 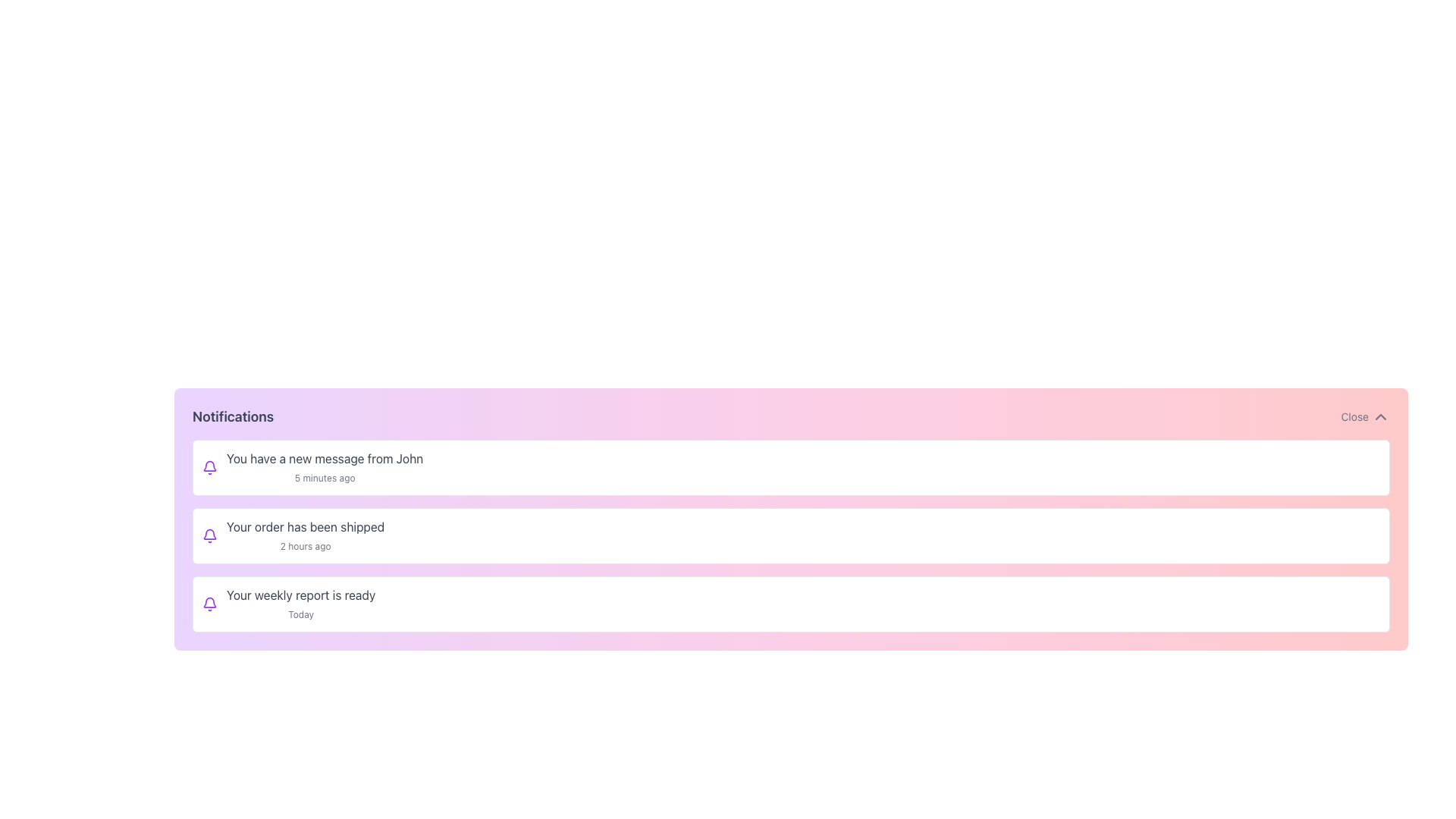 What do you see at coordinates (324, 478) in the screenshot?
I see `the timestamp text displaying the elapsed time since the event associated with the notification from John, located directly below the message text within the notification entry` at bounding box center [324, 478].